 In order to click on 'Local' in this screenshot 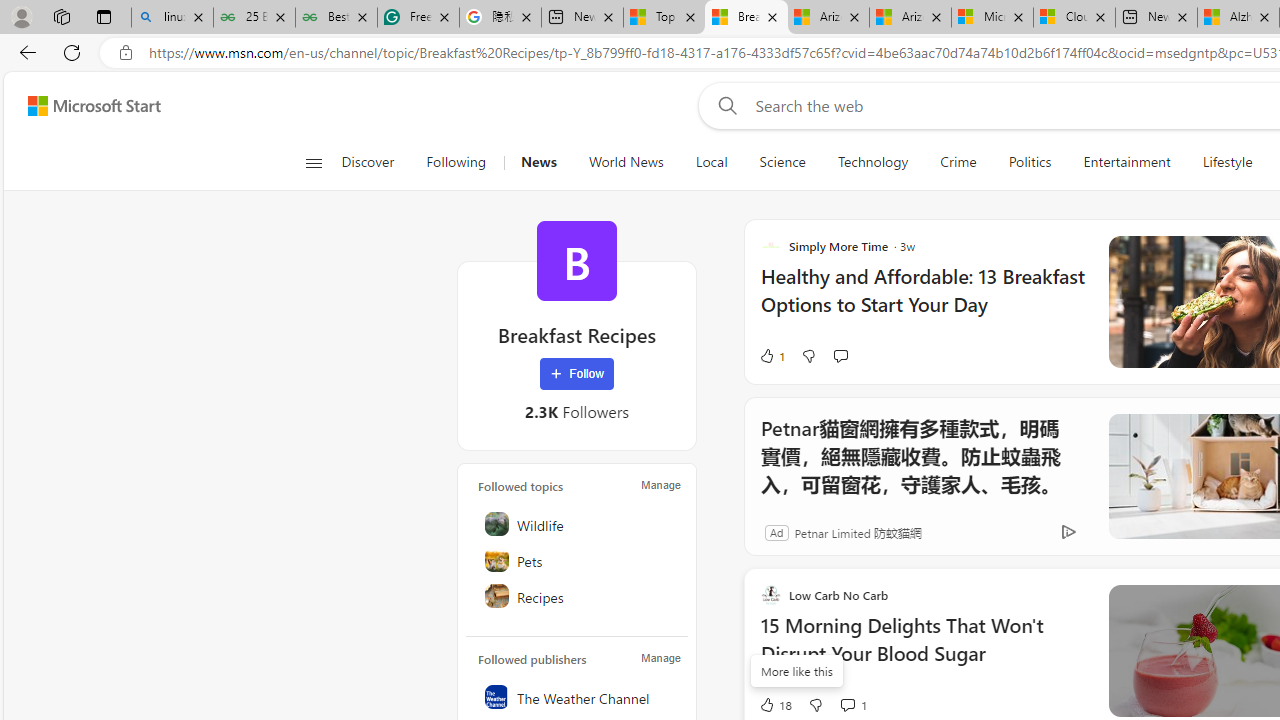, I will do `click(711, 162)`.